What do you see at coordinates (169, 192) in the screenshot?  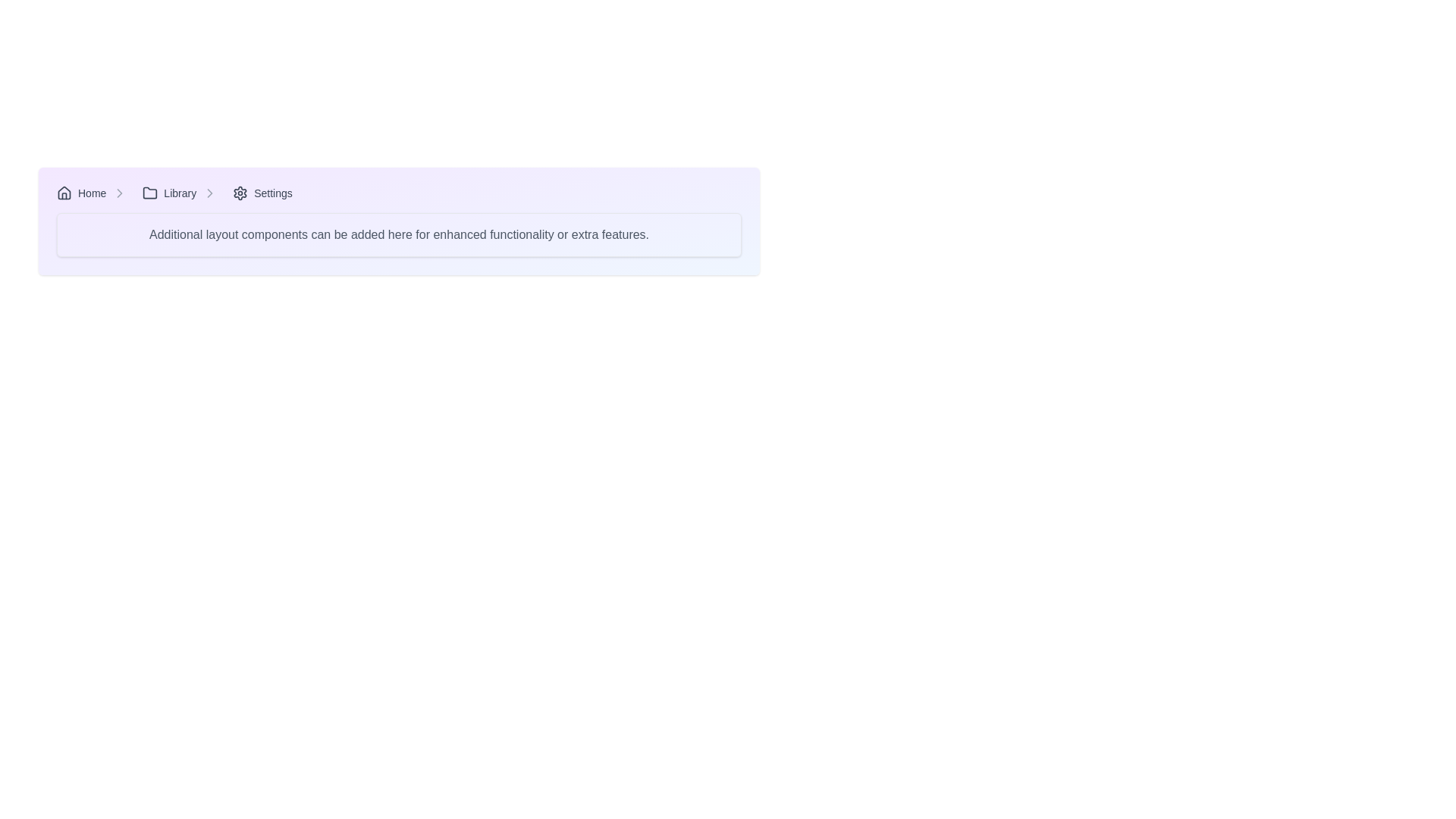 I see `the text 'Library' hyperlink` at bounding box center [169, 192].